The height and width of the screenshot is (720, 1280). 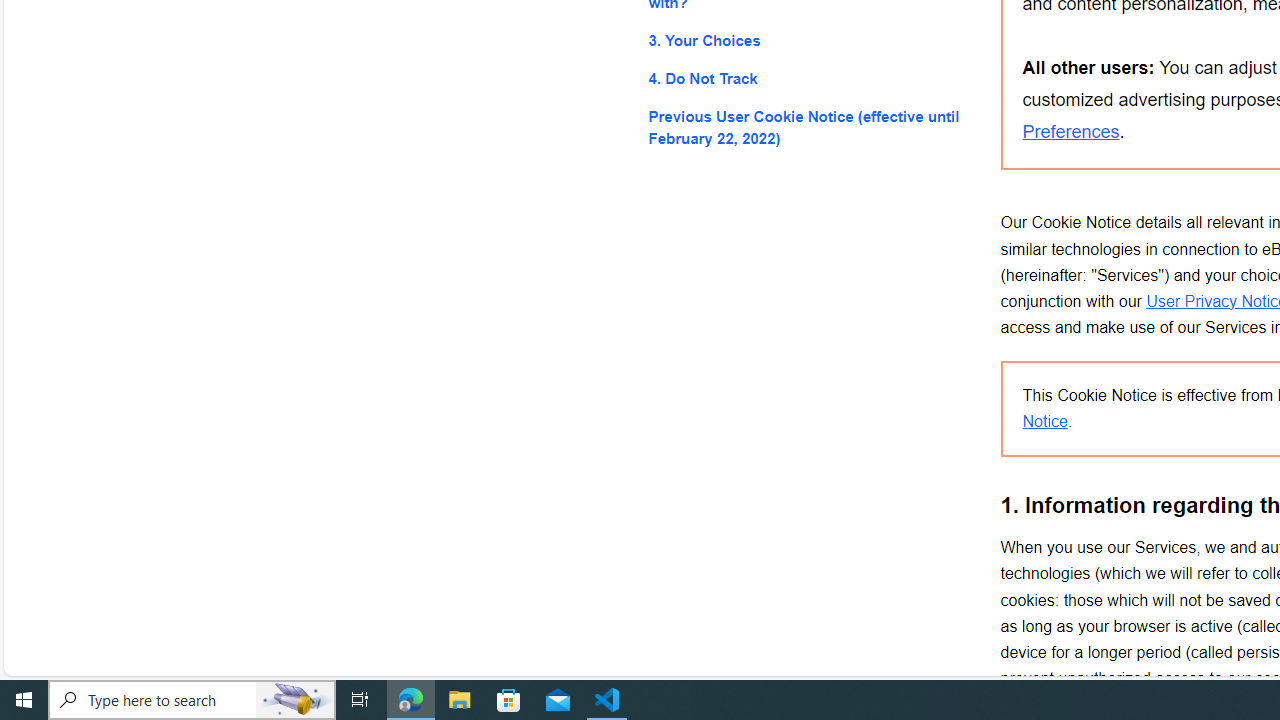 What do you see at coordinates (808, 77) in the screenshot?
I see `'4. Do Not Track'` at bounding box center [808, 77].